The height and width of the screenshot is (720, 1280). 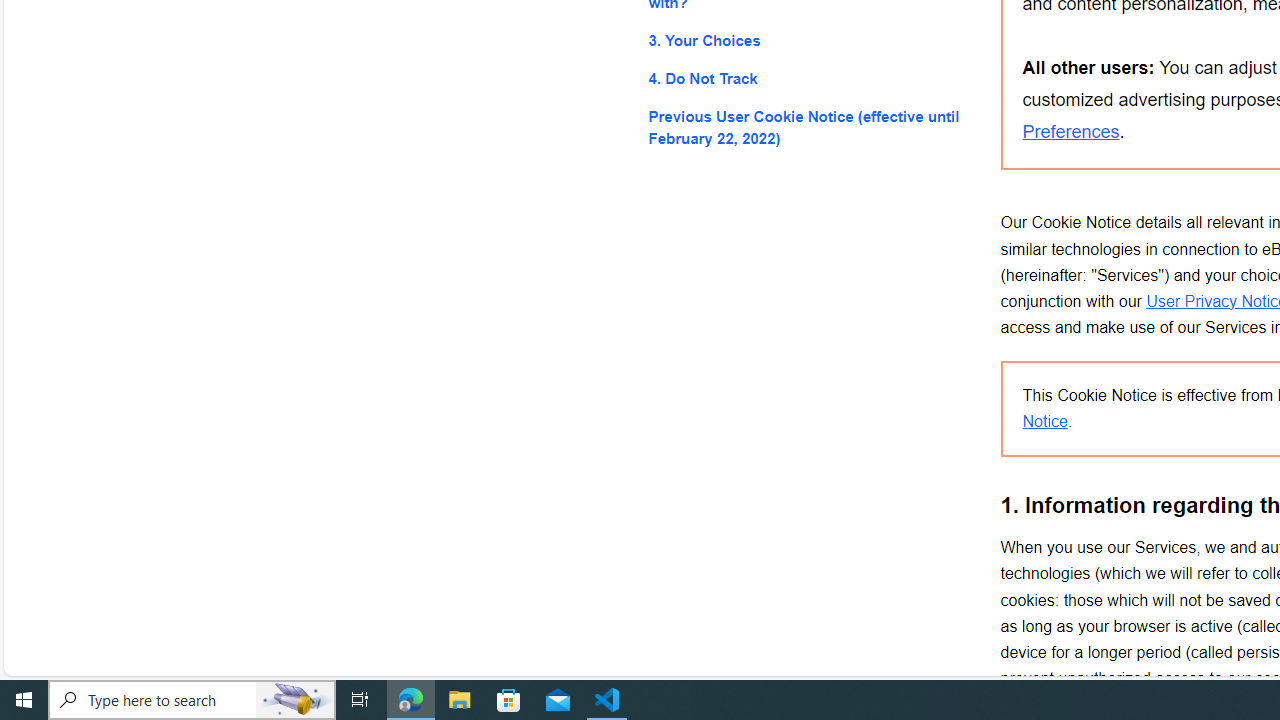 What do you see at coordinates (808, 77) in the screenshot?
I see `'4. Do Not Track'` at bounding box center [808, 77].